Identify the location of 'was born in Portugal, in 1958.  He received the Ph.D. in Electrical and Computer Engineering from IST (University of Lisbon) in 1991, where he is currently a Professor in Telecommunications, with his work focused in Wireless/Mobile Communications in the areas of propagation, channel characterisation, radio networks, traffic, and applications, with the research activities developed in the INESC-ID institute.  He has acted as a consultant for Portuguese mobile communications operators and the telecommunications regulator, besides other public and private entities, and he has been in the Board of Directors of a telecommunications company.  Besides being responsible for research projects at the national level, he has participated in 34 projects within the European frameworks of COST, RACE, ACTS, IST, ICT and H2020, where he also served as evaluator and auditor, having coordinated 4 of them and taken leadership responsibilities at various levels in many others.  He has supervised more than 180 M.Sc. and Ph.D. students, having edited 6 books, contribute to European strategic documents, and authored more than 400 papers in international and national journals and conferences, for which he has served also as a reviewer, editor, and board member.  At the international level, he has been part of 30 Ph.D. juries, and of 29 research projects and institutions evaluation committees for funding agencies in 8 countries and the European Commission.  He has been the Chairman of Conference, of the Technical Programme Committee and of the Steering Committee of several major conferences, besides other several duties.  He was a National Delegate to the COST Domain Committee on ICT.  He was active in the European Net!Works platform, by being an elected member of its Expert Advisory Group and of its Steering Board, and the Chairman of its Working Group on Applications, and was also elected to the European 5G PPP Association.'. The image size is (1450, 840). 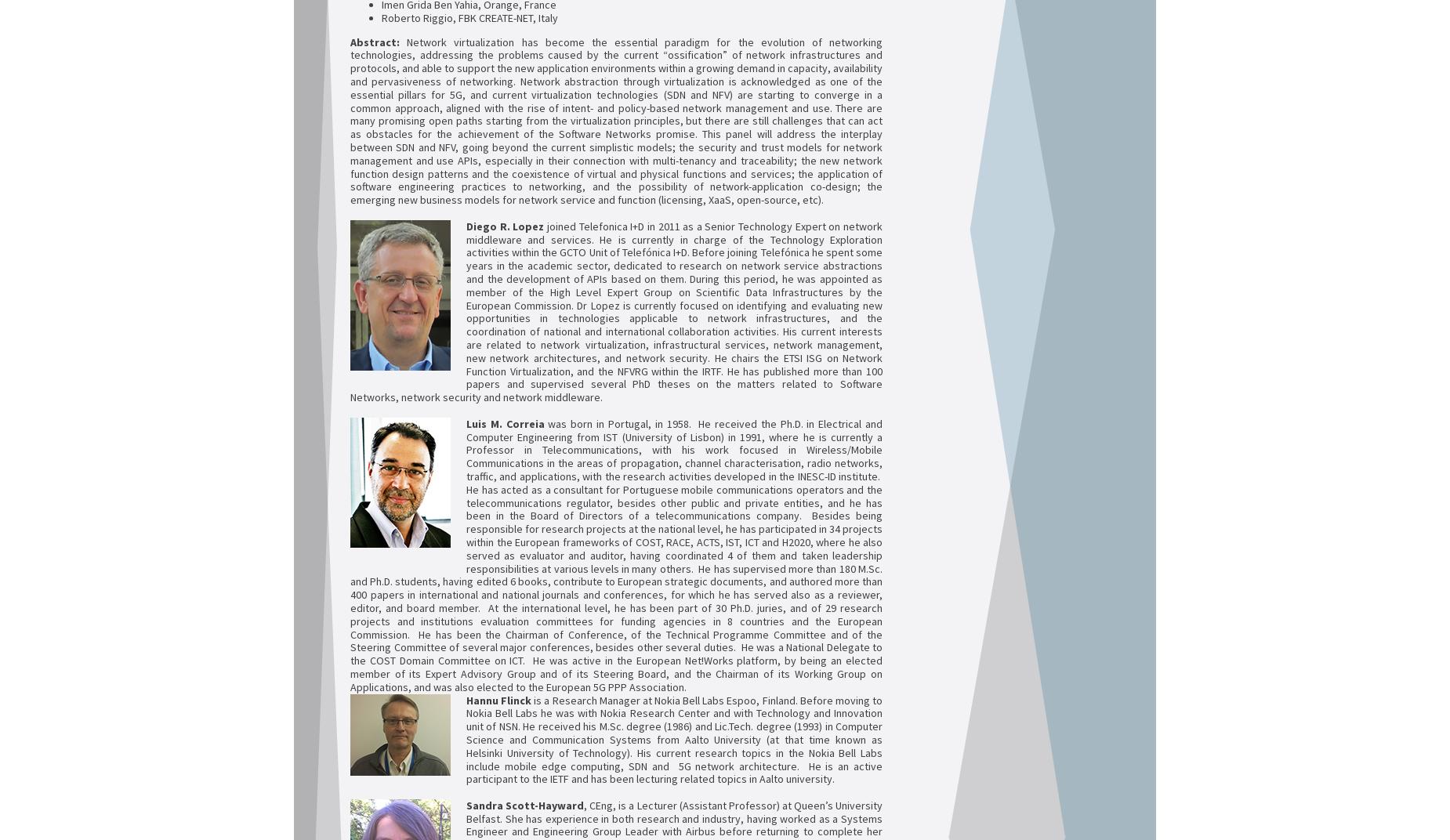
(349, 553).